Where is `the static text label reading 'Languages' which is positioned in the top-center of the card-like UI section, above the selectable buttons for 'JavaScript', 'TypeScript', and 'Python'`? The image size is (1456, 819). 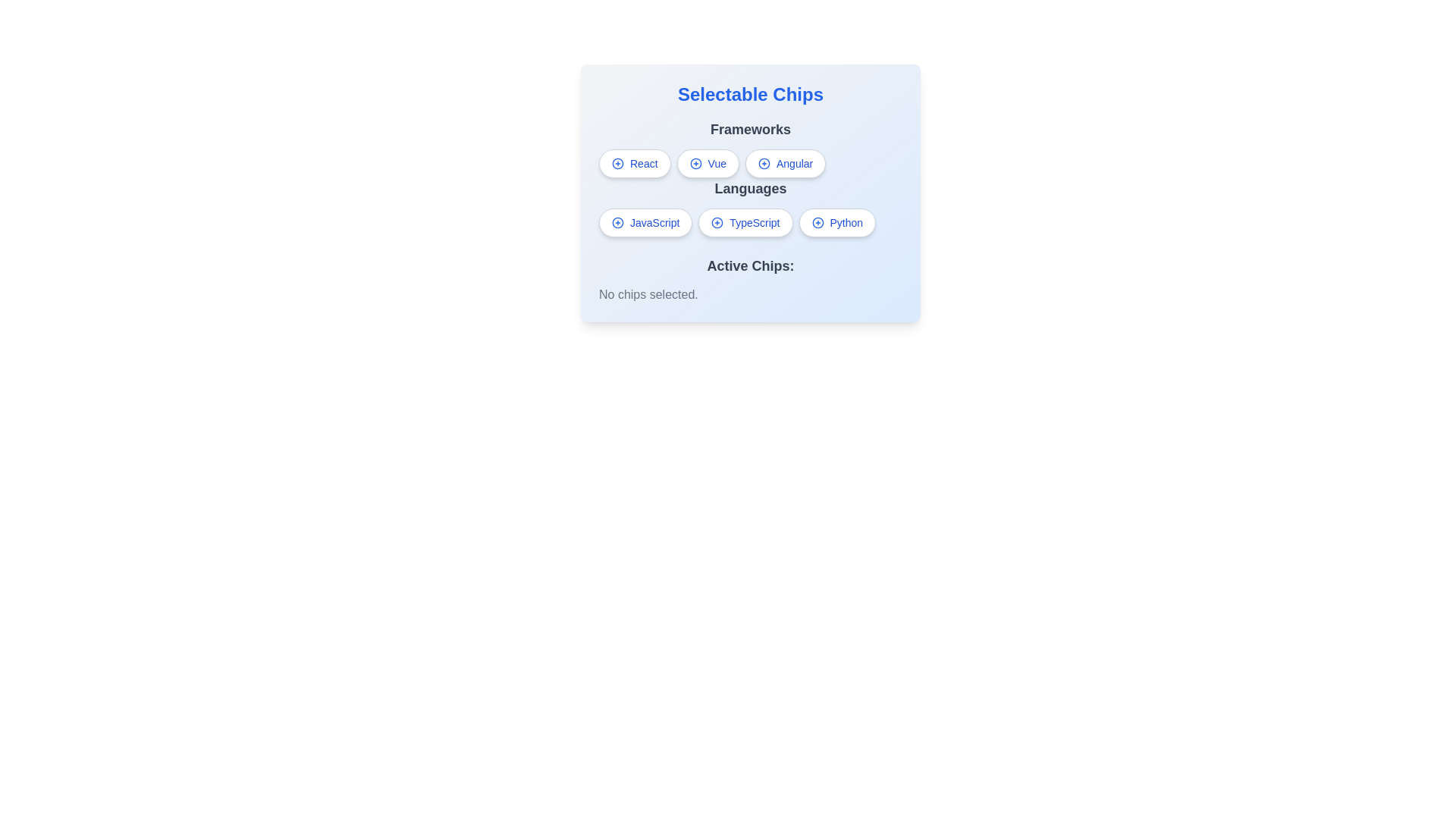
the static text label reading 'Languages' which is positioned in the top-center of the card-like UI section, above the selectable buttons for 'JavaScript', 'TypeScript', and 'Python' is located at coordinates (750, 188).